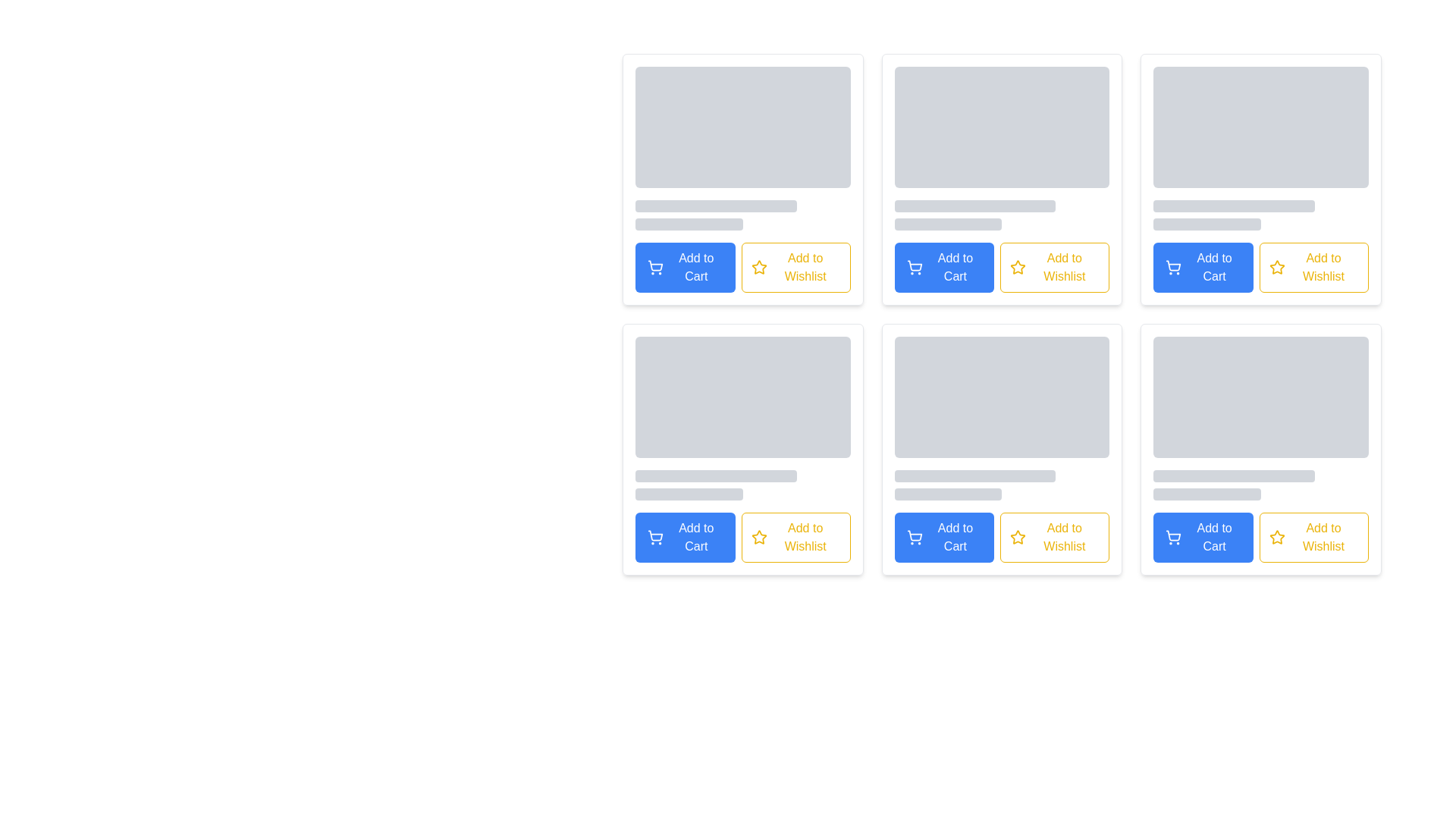 The image size is (1456, 819). What do you see at coordinates (1018, 537) in the screenshot?
I see `the star icon located inside the 'Add to Wishlist' button at the bottom right corner of the second product card in the second row` at bounding box center [1018, 537].